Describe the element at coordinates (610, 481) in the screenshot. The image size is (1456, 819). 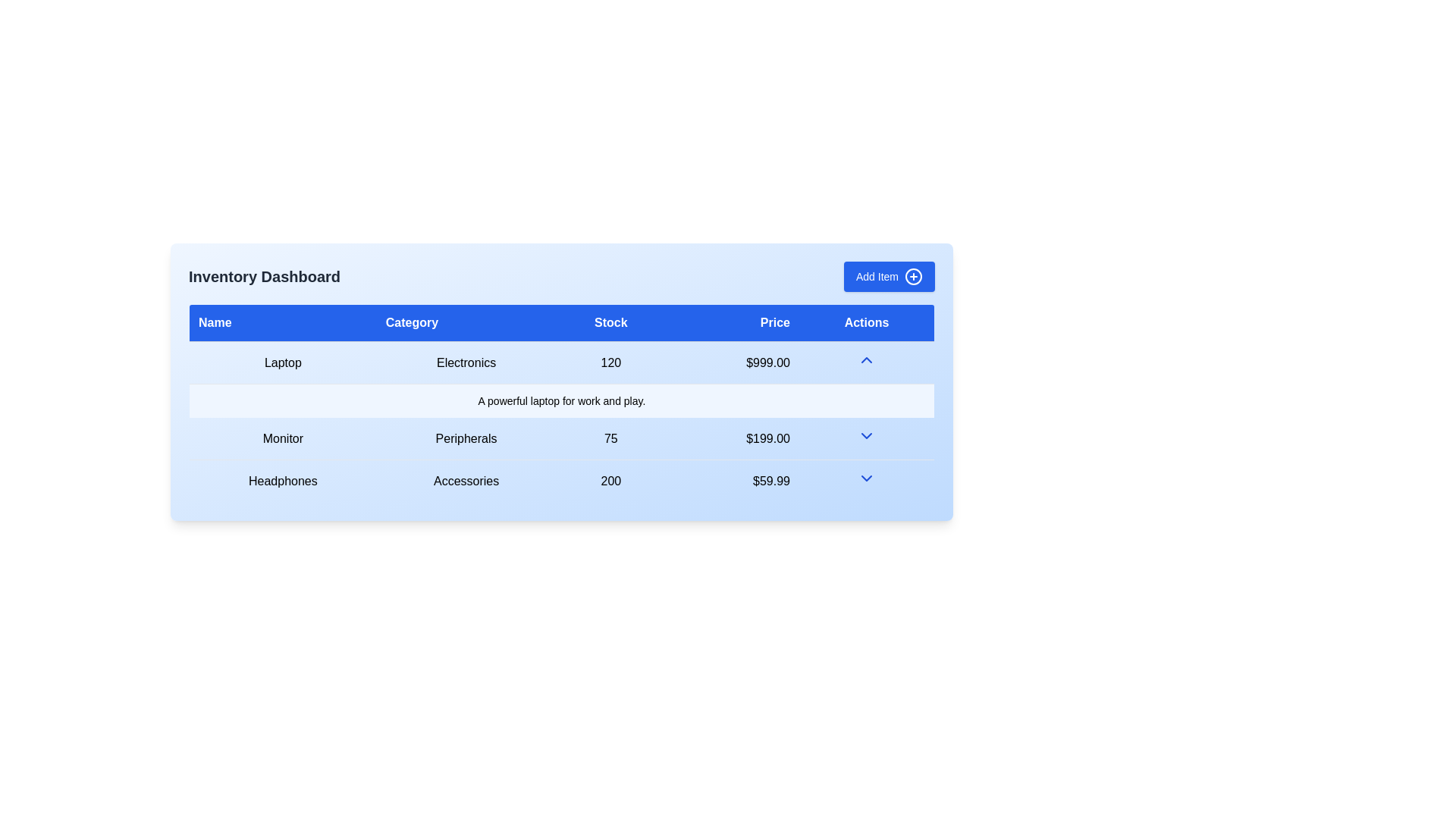
I see `the non-interactive text display element that shows the stock level for 'Headphones', located in the 'Stock' column of the last row of the table` at that location.